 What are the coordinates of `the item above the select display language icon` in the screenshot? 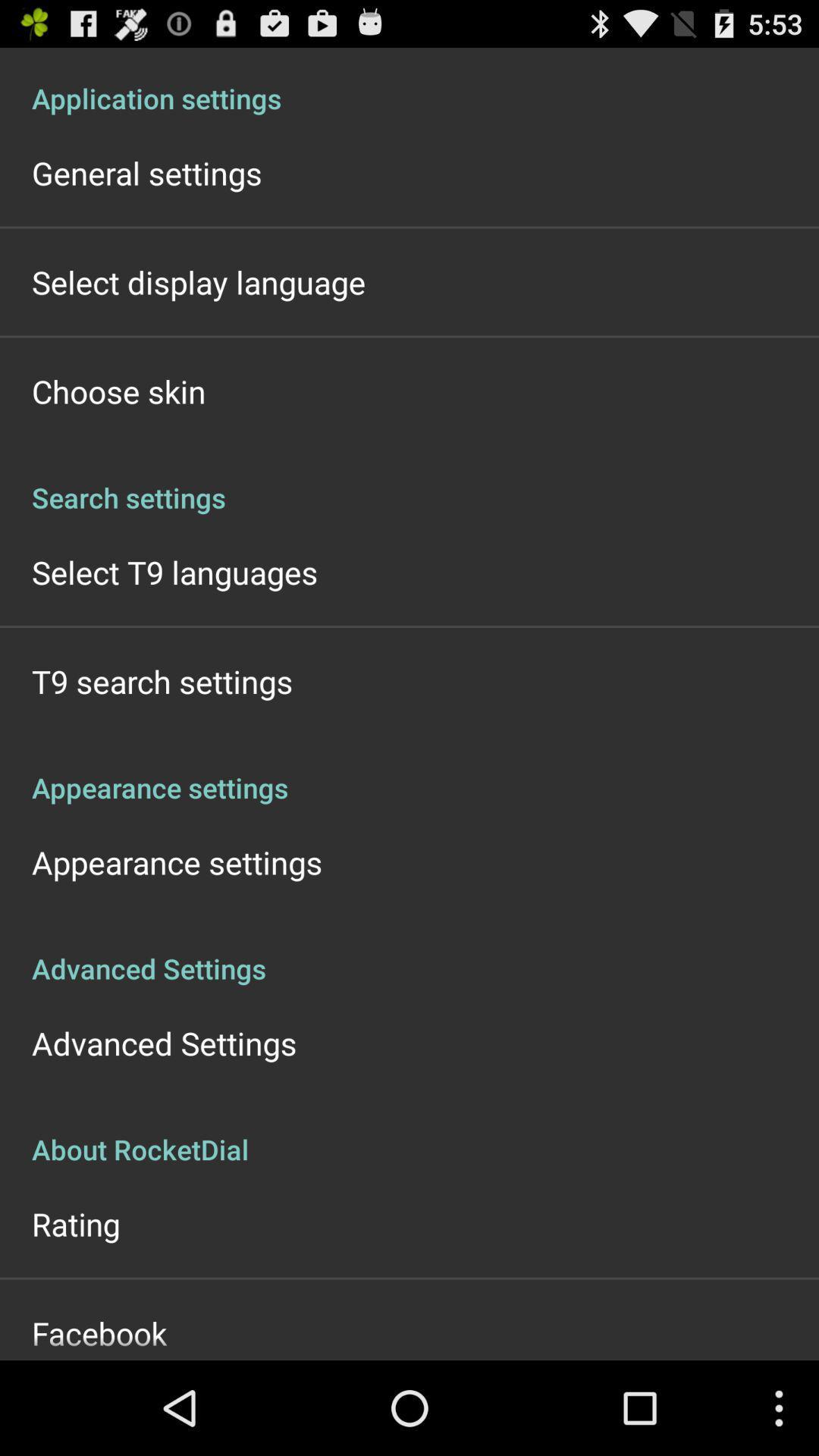 It's located at (146, 173).